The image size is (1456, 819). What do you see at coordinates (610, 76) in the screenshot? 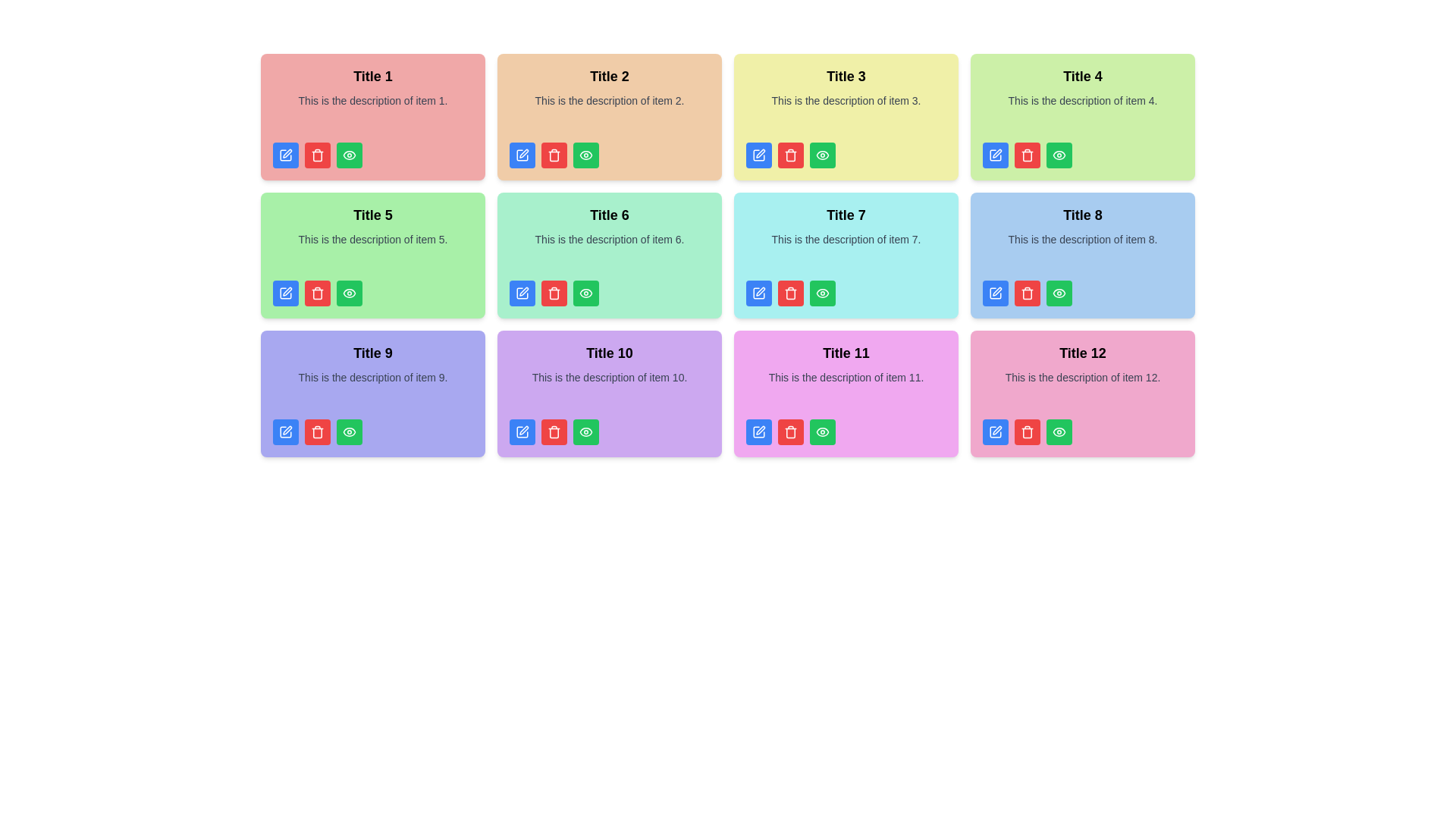
I see `the 'Title 2' text label, which serves as the title of the card and is located at the top-center of a light beige card in the second column of the first row` at bounding box center [610, 76].